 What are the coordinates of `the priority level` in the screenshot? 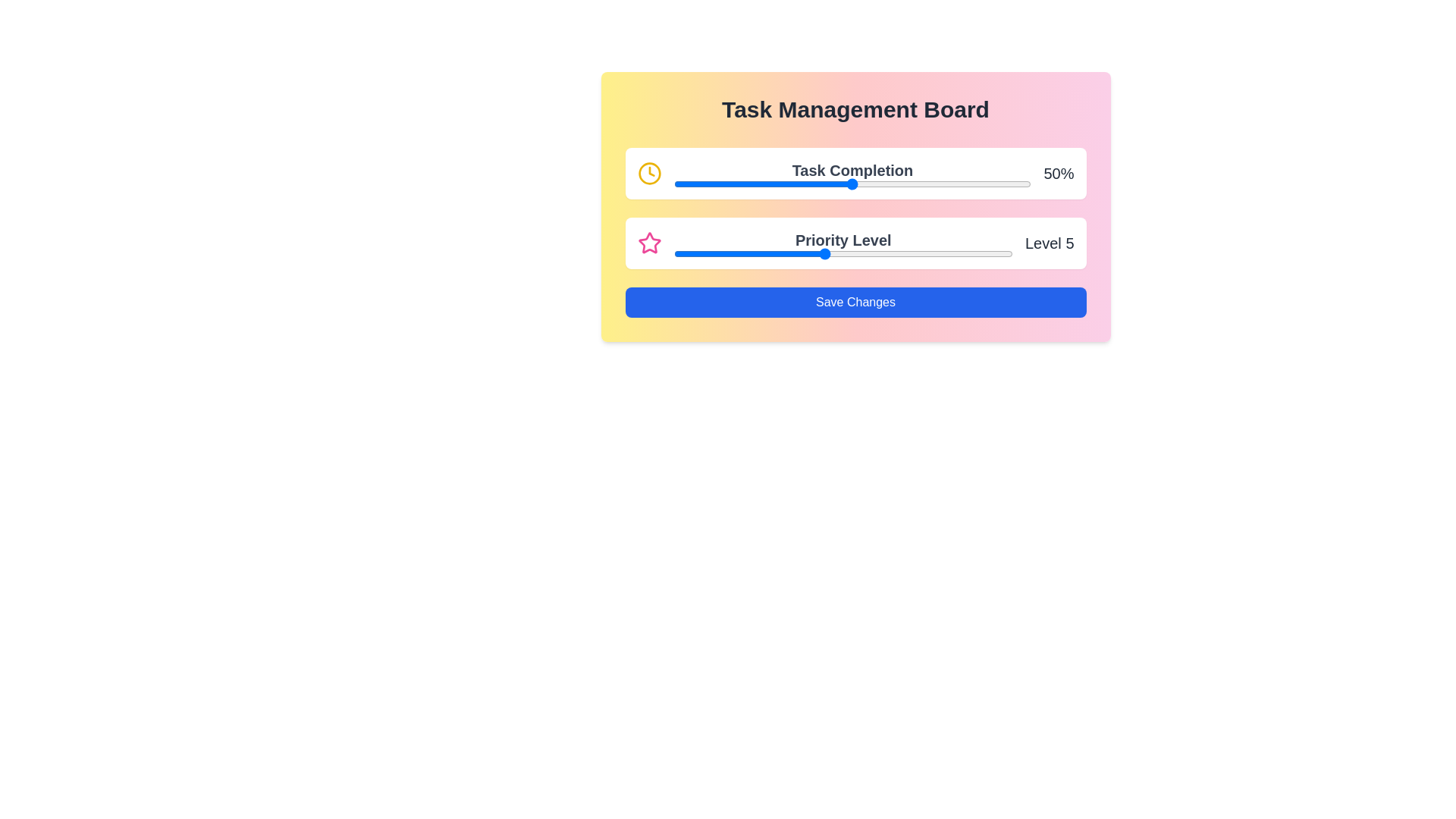 It's located at (749, 253).